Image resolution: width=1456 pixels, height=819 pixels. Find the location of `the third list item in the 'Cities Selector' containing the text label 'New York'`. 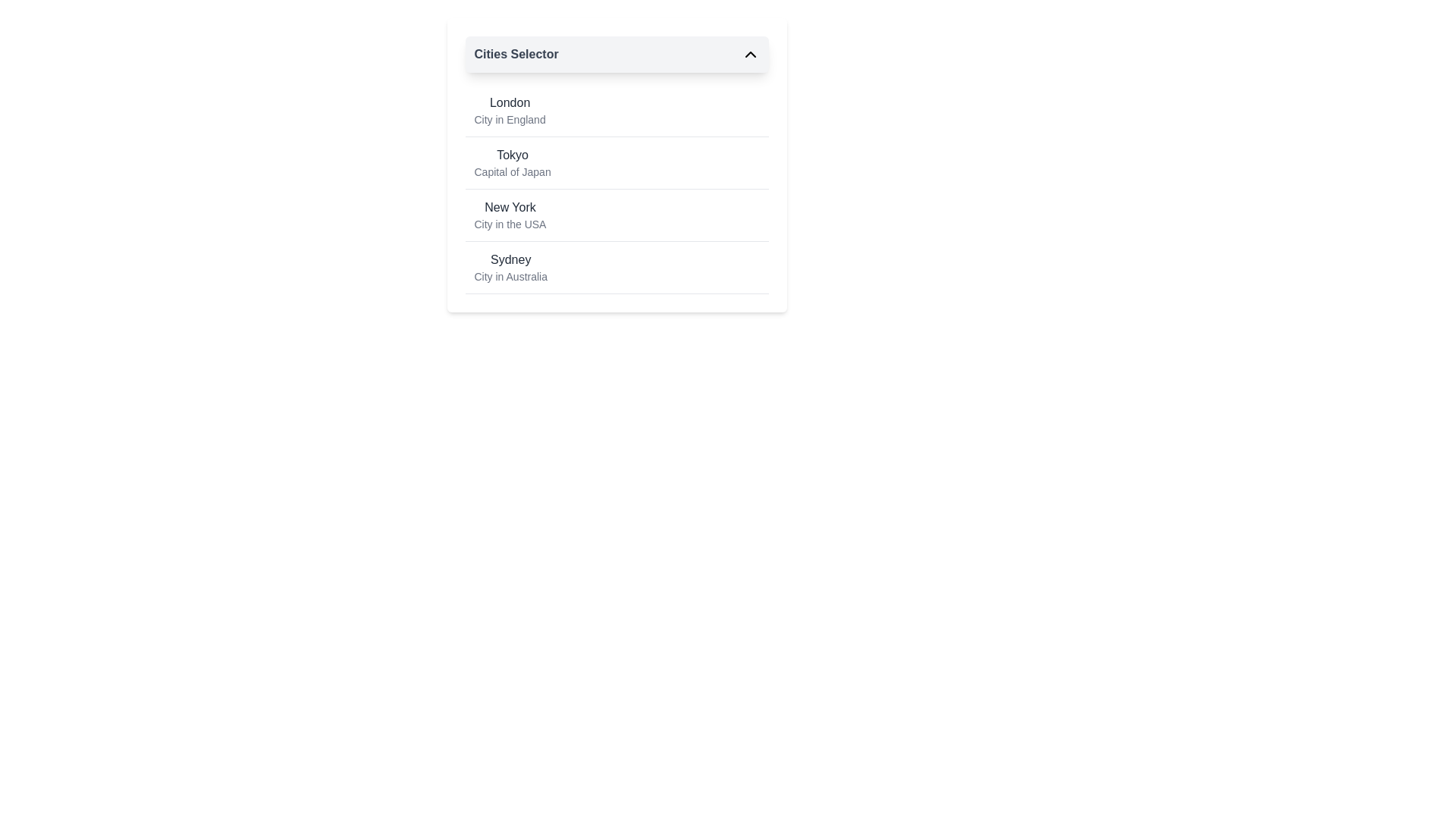

the third list item in the 'Cities Selector' containing the text label 'New York' is located at coordinates (510, 215).